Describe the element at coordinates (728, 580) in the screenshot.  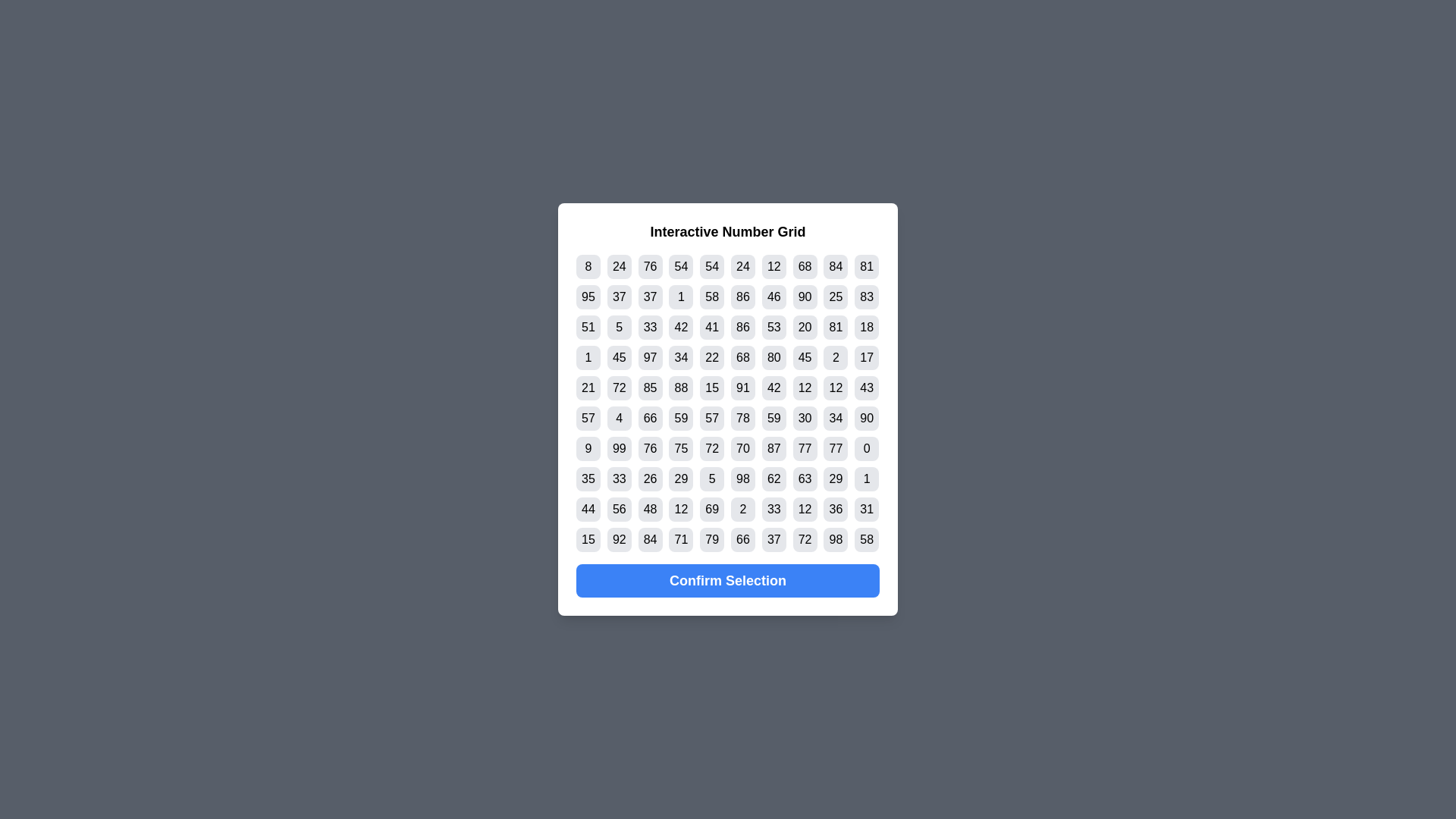
I see `'Confirm Selection' button` at that location.